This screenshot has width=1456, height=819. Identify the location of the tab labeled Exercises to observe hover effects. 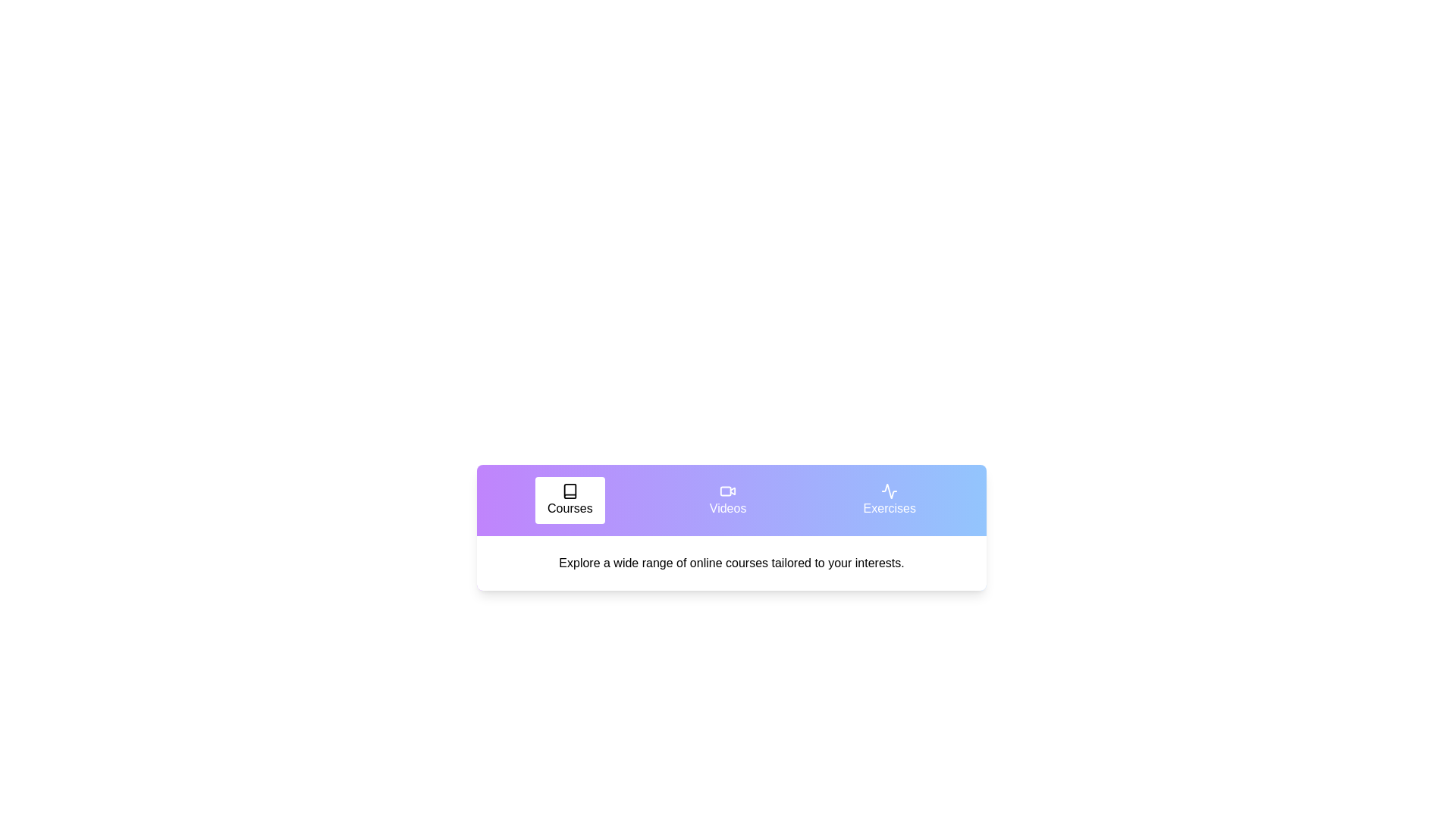
(890, 500).